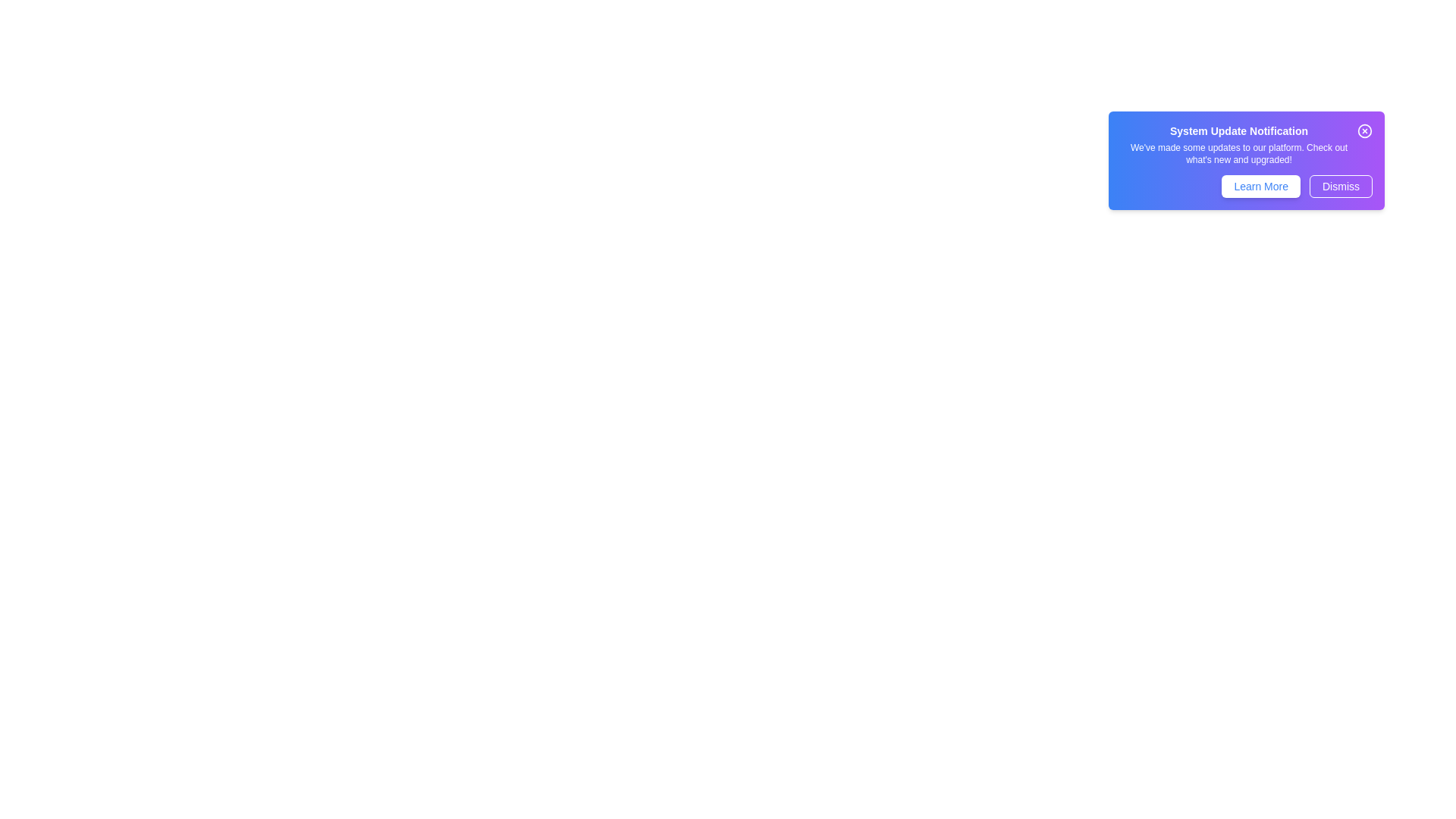  What do you see at coordinates (1341, 186) in the screenshot?
I see `the dismissal button located in the top right corner of the modal dialog box` at bounding box center [1341, 186].